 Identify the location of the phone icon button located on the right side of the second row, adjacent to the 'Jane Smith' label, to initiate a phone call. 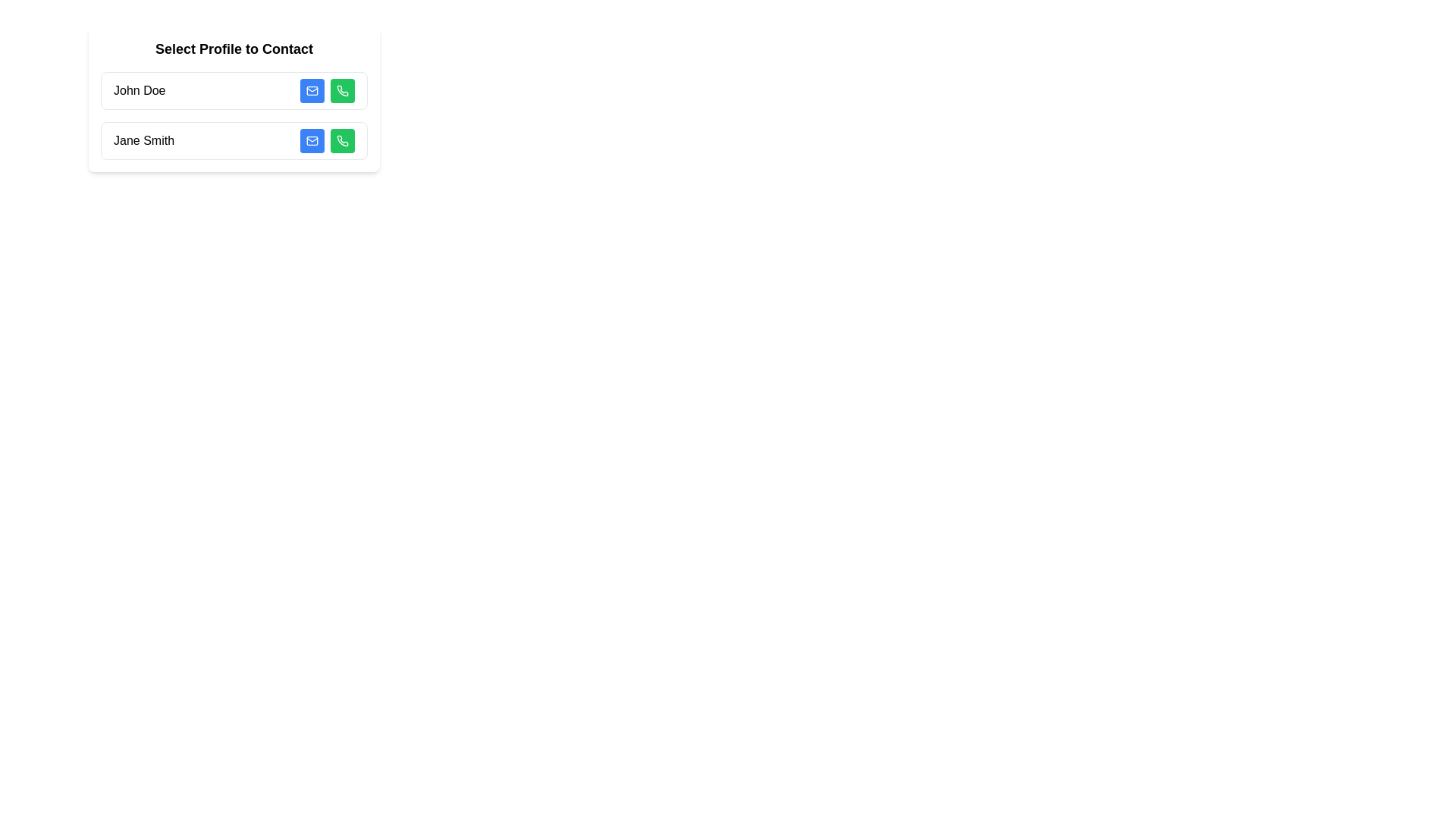
(341, 90).